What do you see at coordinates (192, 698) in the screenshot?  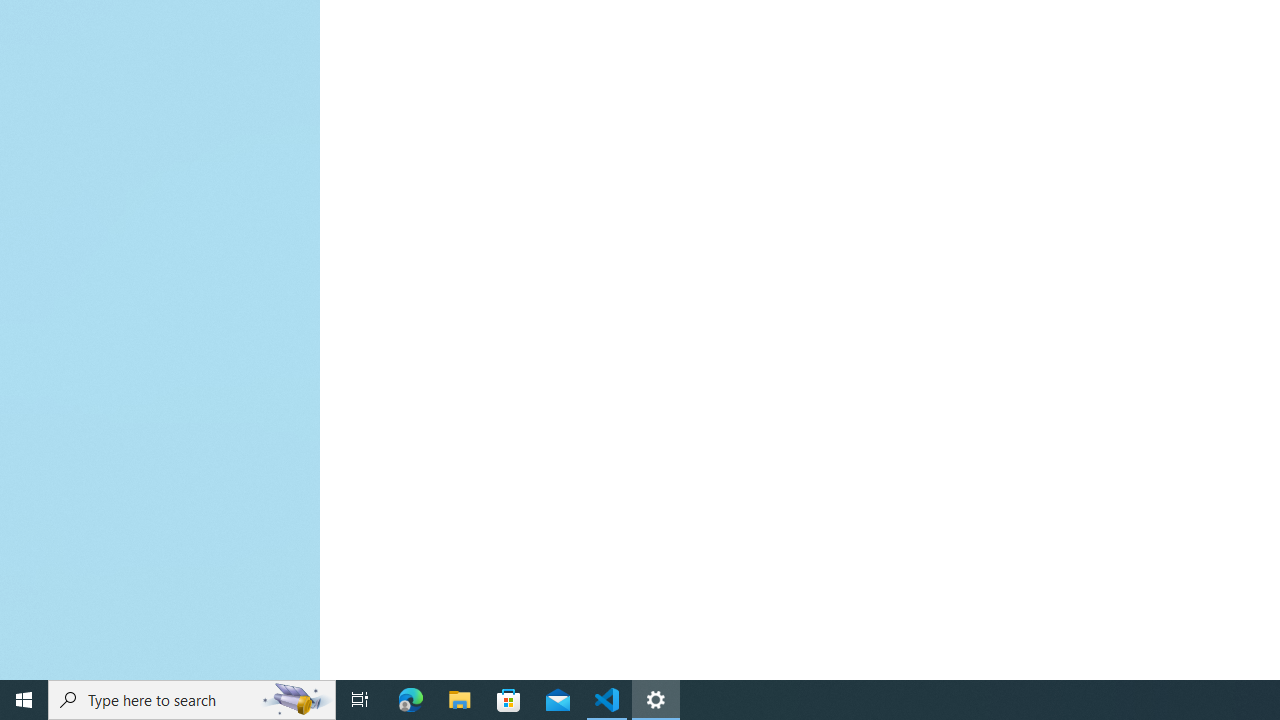 I see `'Type here to search'` at bounding box center [192, 698].